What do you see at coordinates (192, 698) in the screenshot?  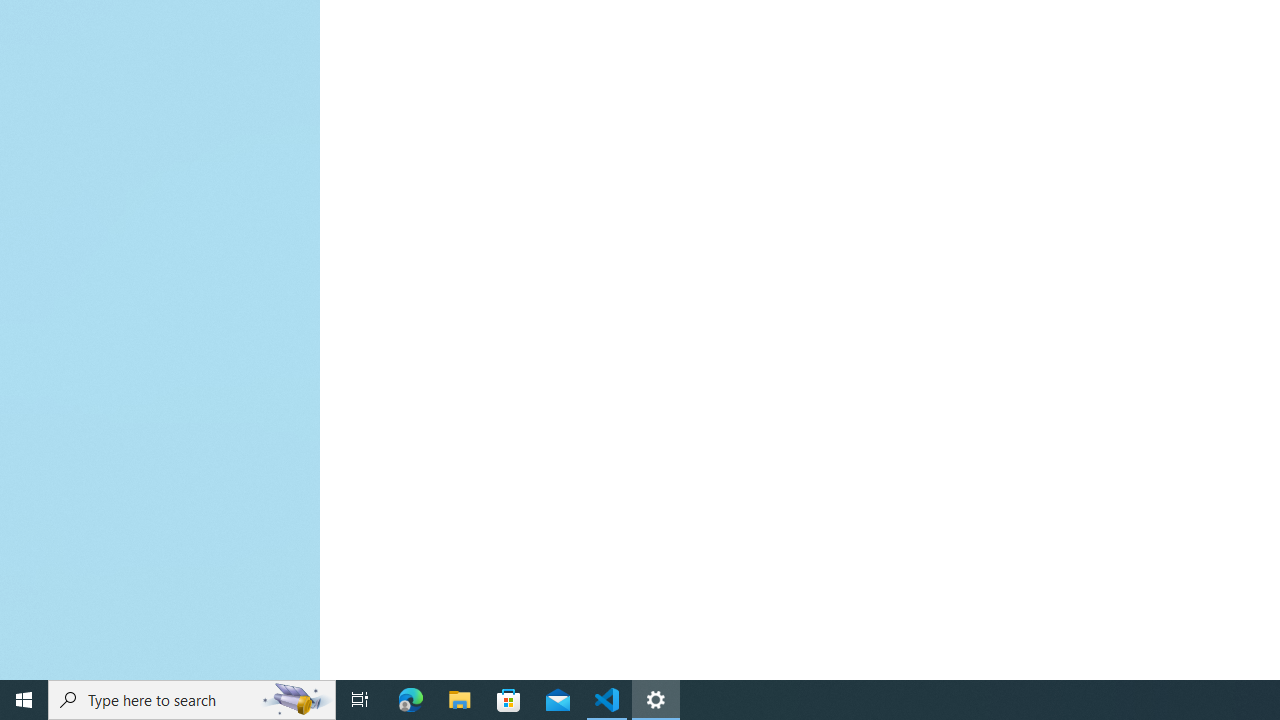 I see `'Type here to search'` at bounding box center [192, 698].